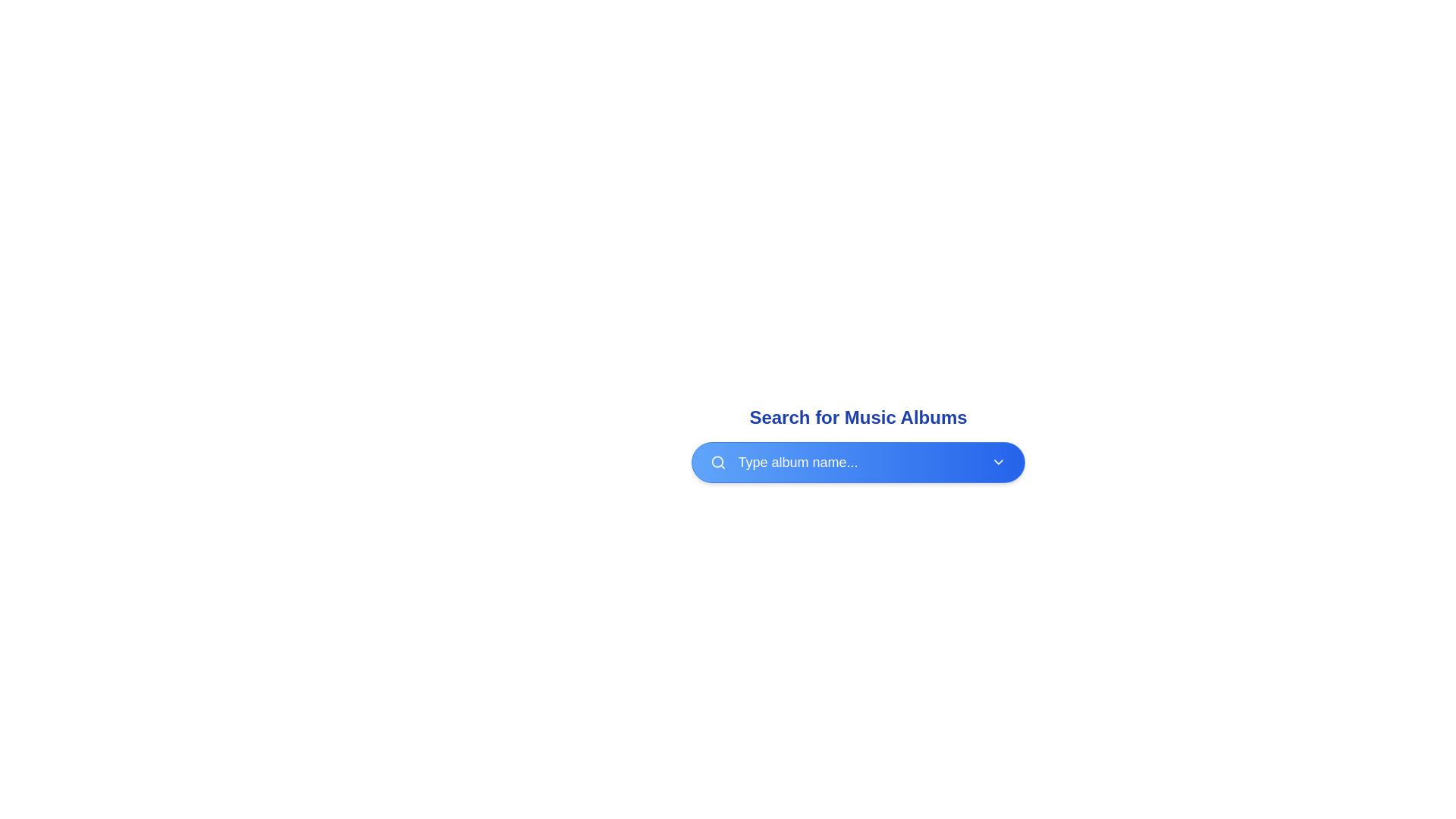 Image resolution: width=1456 pixels, height=819 pixels. I want to click on the search icon located in the music album search interface, which includes a text input field and dropdown menu, so click(858, 444).